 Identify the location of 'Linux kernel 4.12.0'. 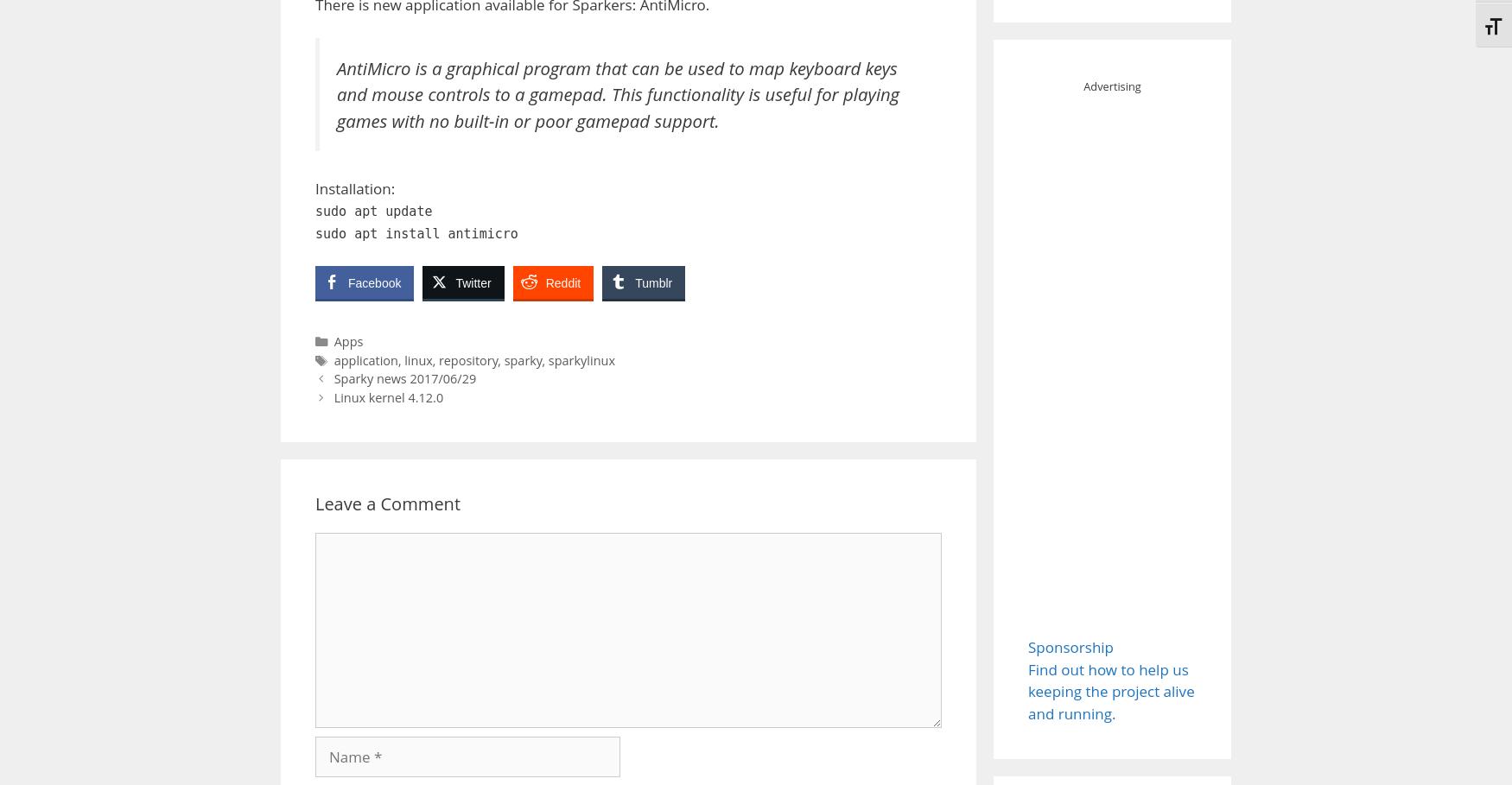
(333, 396).